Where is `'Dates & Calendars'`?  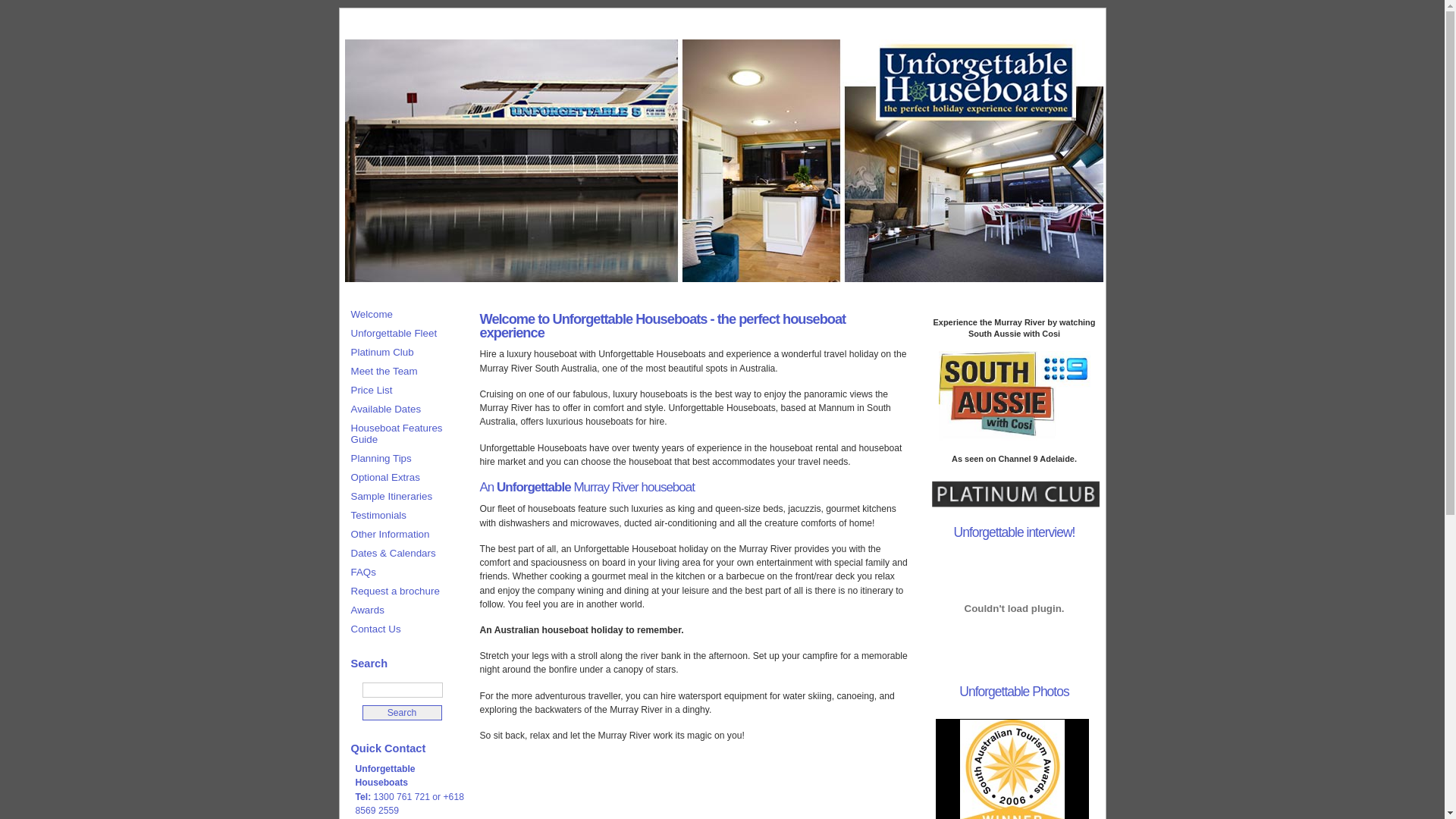 'Dates & Calendars' is located at coordinates (405, 553).